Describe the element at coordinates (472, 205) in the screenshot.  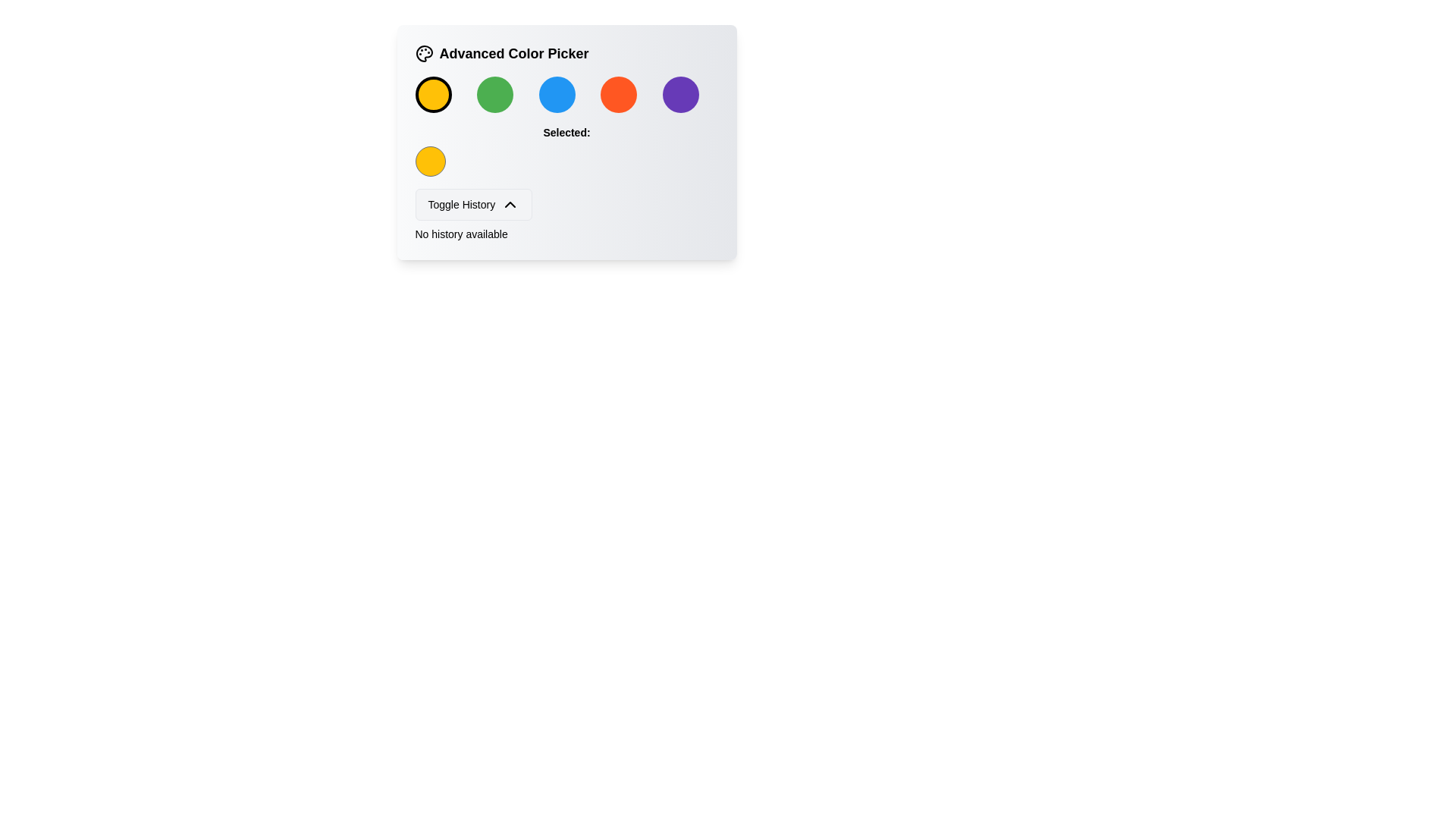
I see `the 'Toggle History' button, which is a rectangular button with rounded corners, light gray background, and an upward-facing chevron icon` at that location.